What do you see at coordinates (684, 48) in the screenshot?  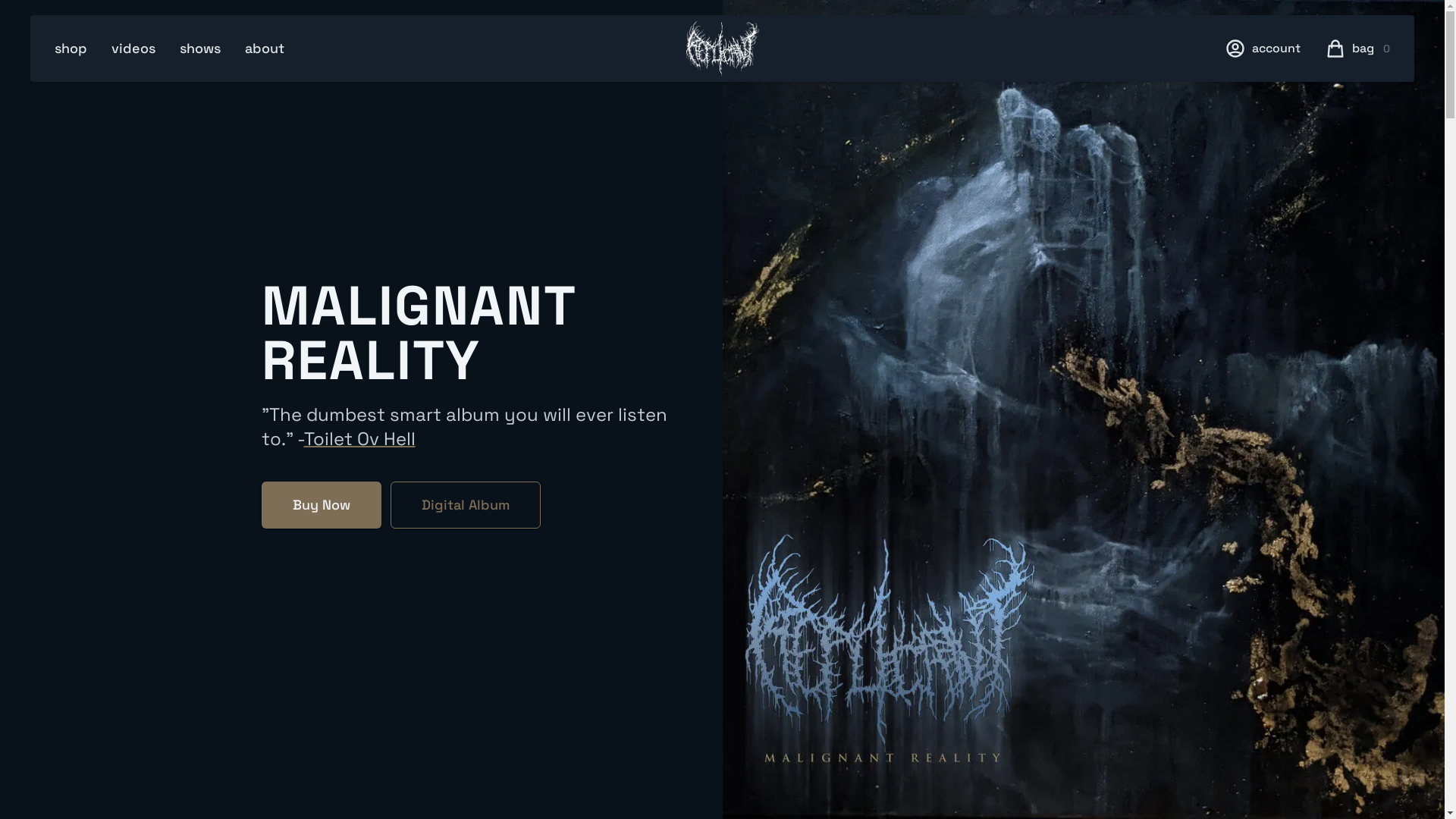 I see `'Replicant - New Jersey Death Metal'` at bounding box center [684, 48].